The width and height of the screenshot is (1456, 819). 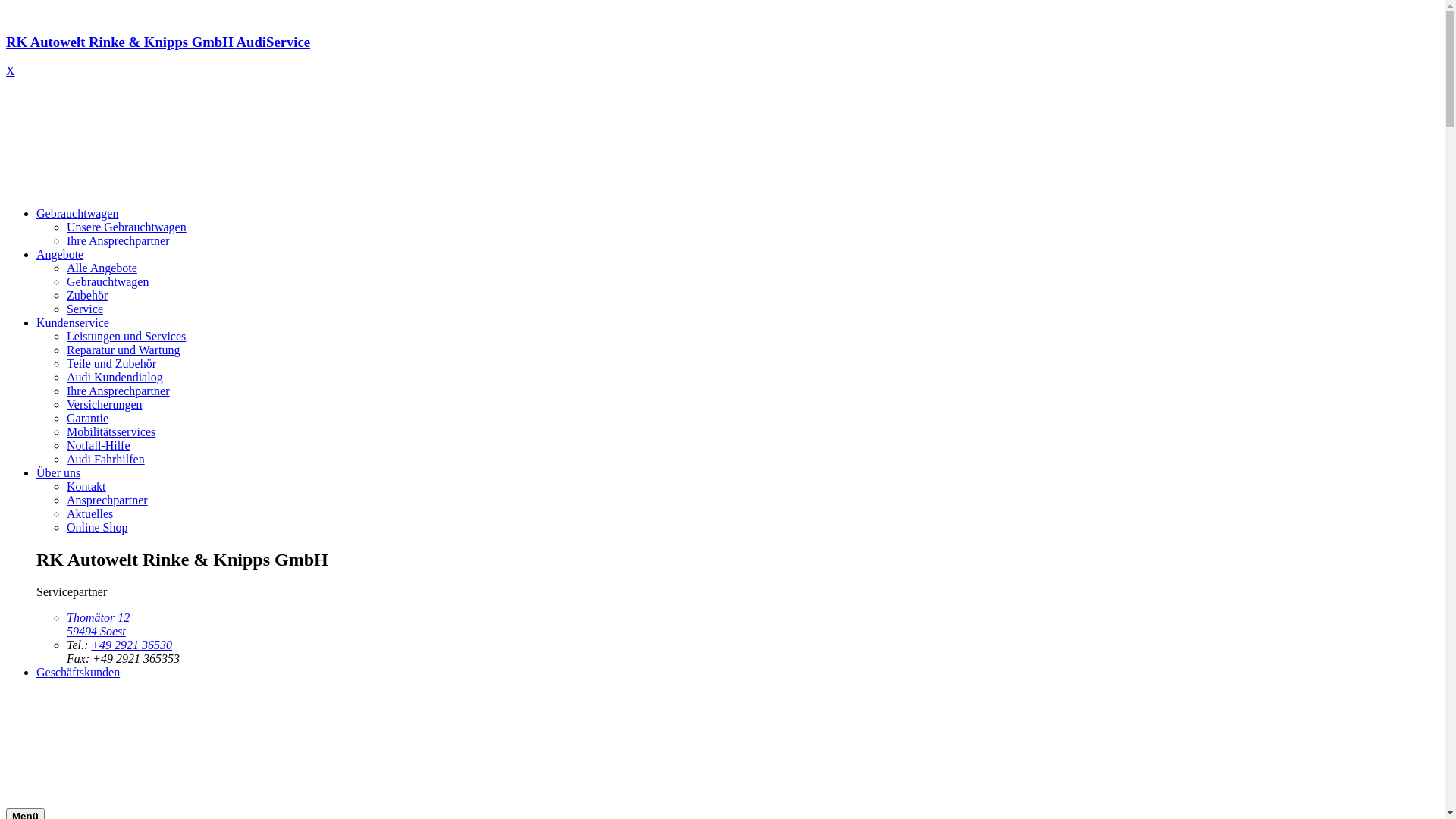 What do you see at coordinates (104, 403) in the screenshot?
I see `'Versicherungen'` at bounding box center [104, 403].